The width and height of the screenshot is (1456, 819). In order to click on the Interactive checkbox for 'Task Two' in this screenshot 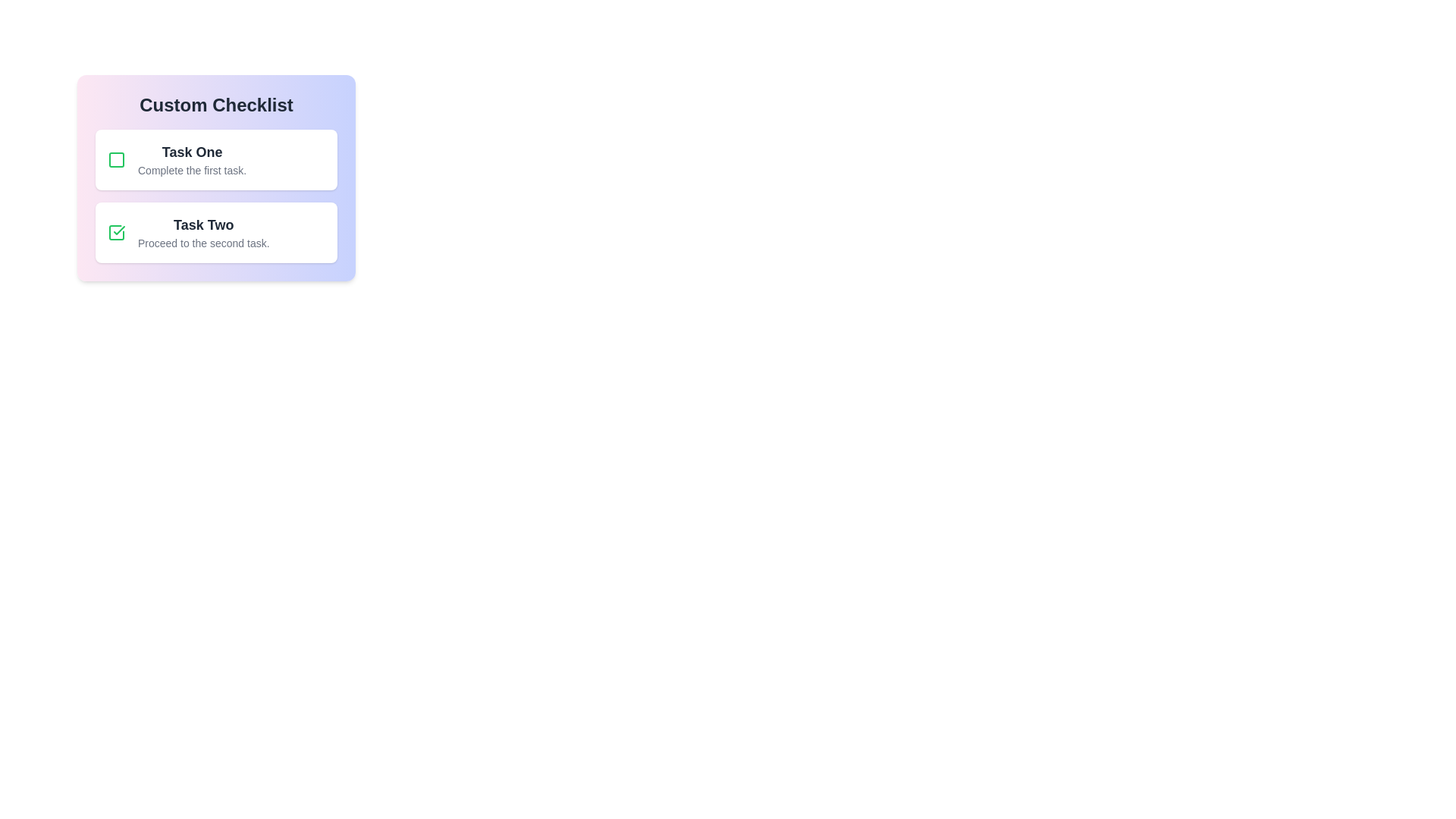, I will do `click(115, 233)`.